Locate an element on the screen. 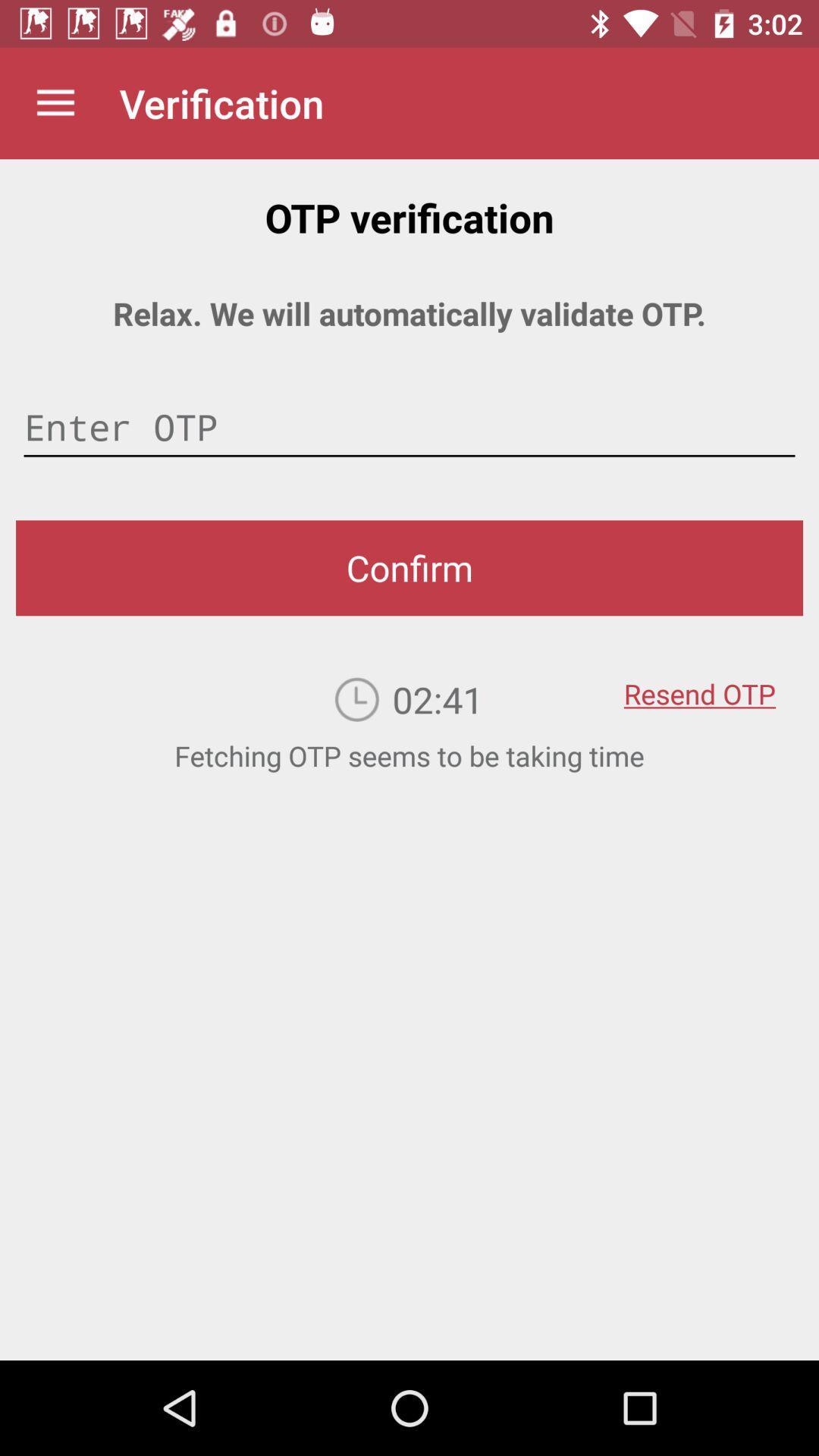 Image resolution: width=819 pixels, height=1456 pixels. confirm is located at coordinates (409, 567).